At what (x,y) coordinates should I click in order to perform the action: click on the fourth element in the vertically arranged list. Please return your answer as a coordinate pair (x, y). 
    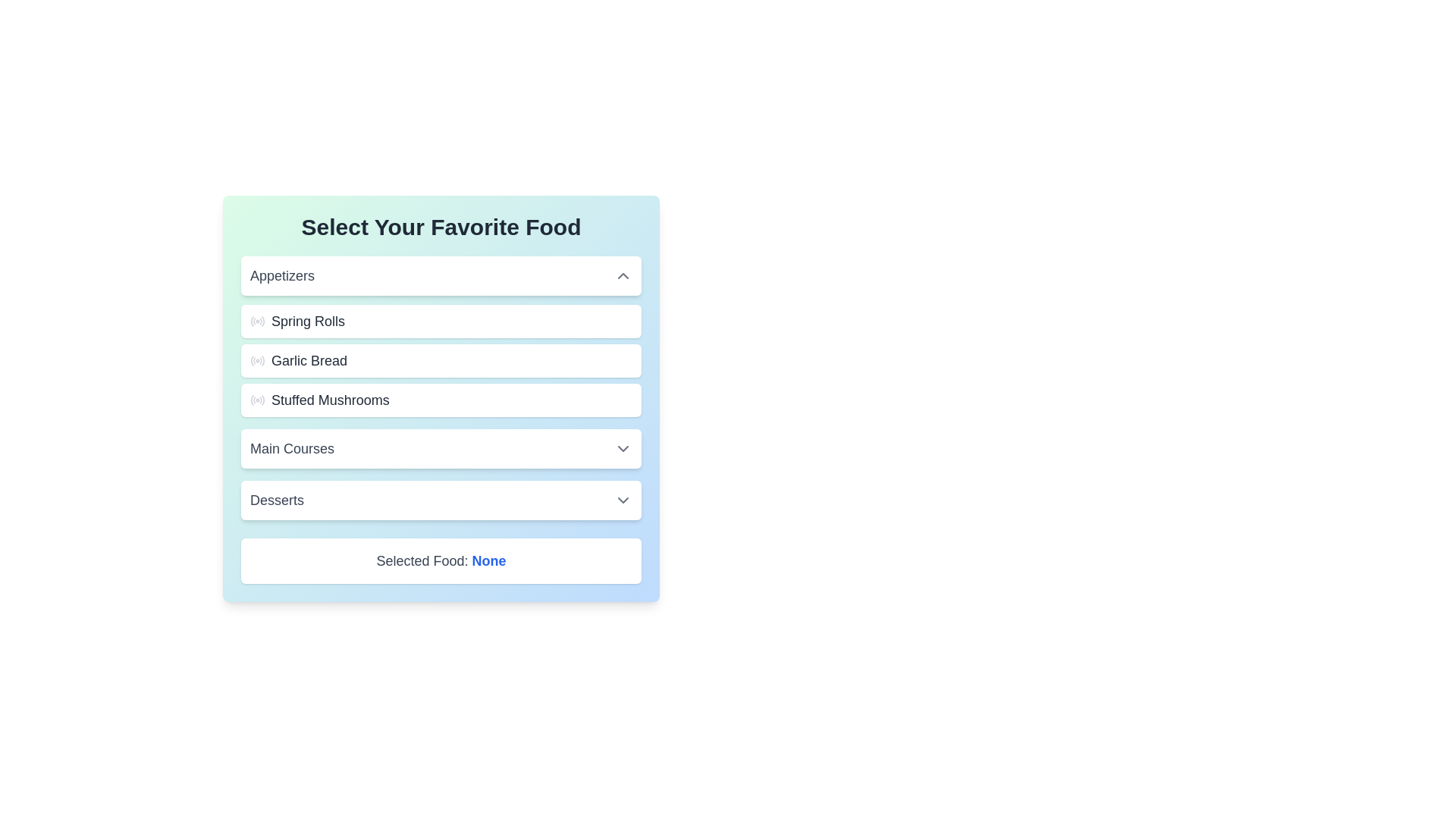
    Looking at the image, I should click on (440, 447).